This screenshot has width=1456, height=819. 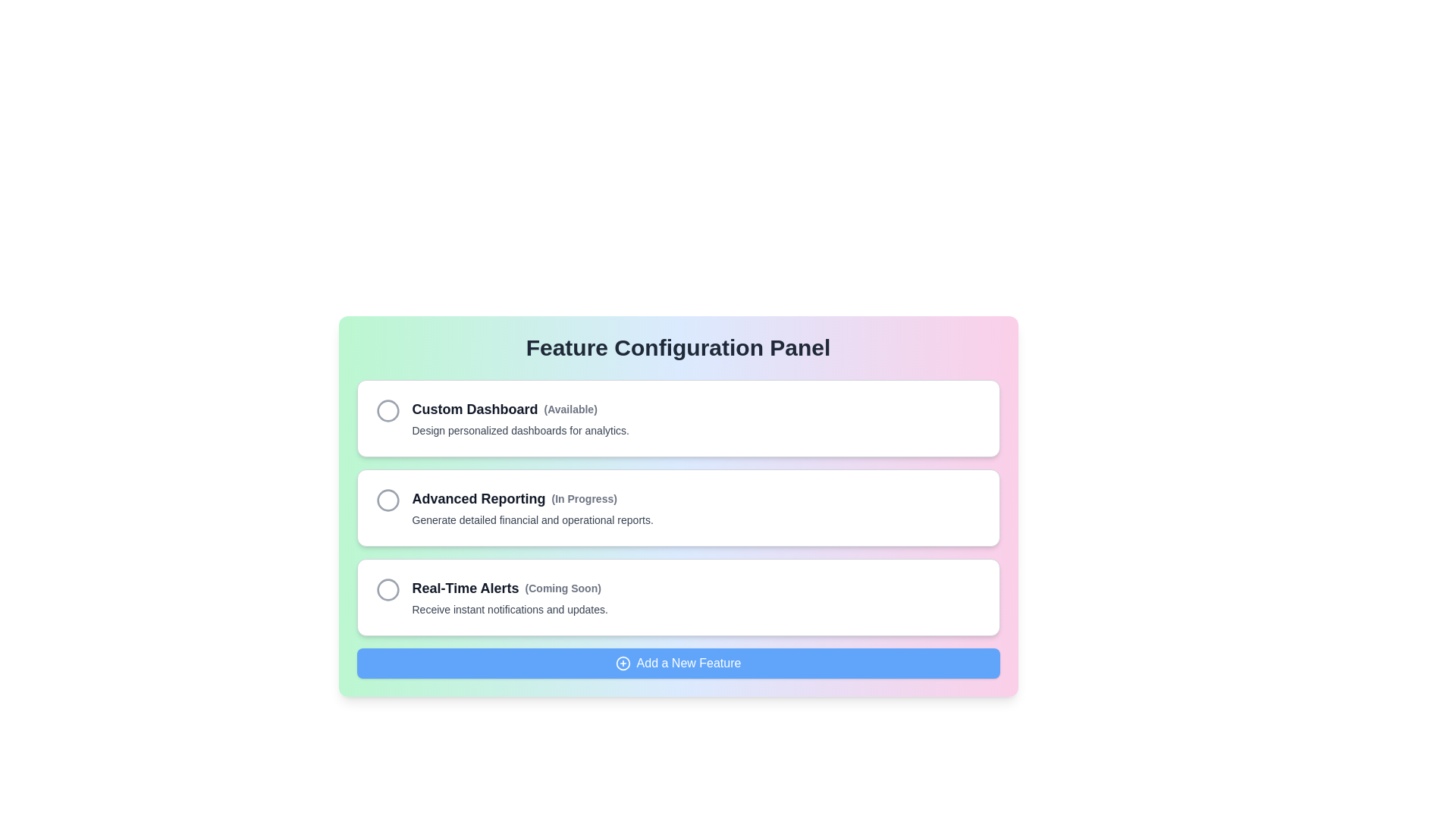 What do you see at coordinates (677, 663) in the screenshot?
I see `the 'Add a New Feature' button` at bounding box center [677, 663].